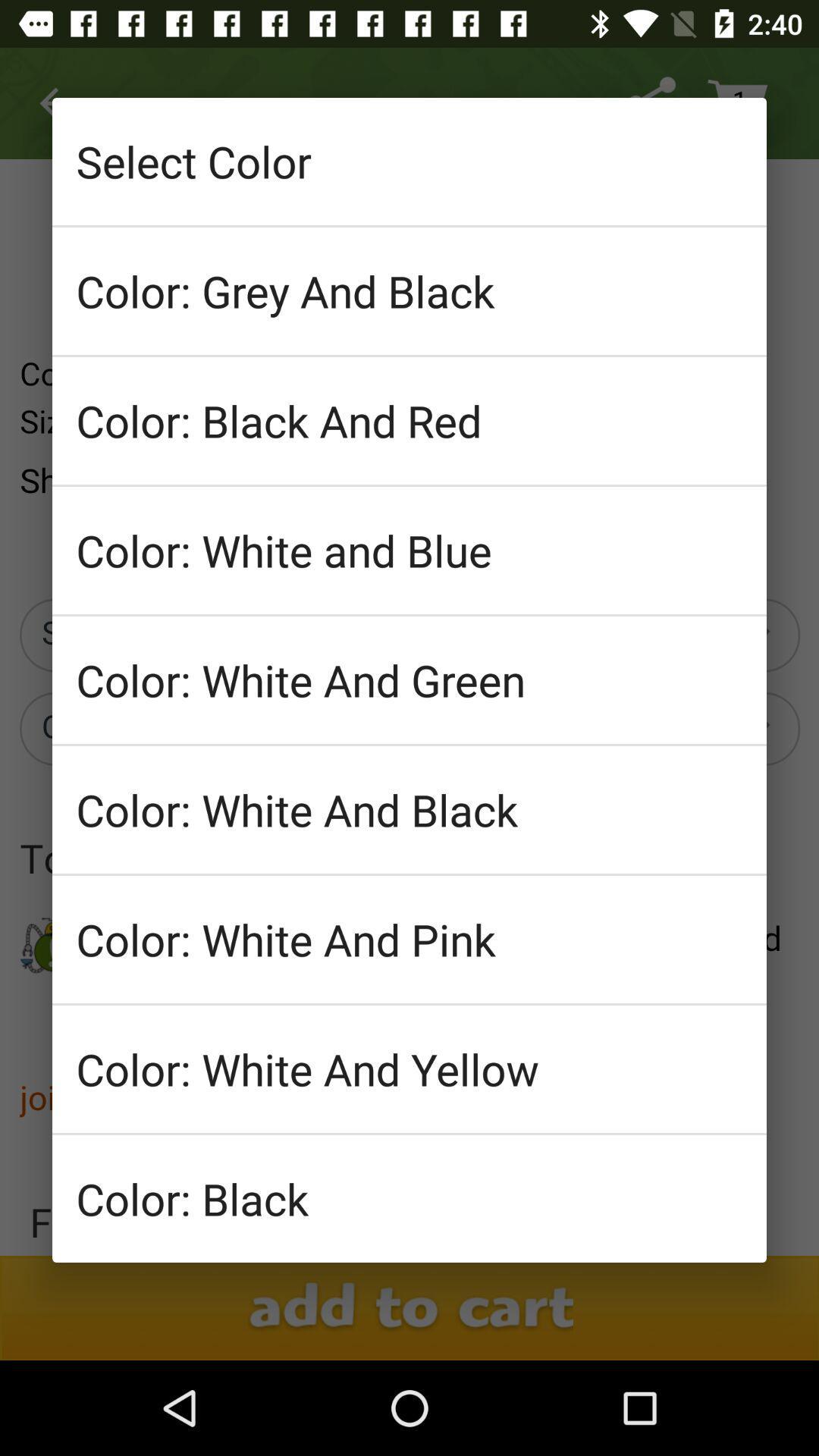 Image resolution: width=819 pixels, height=1456 pixels. Describe the element at coordinates (409, 161) in the screenshot. I see `the select color icon` at that location.